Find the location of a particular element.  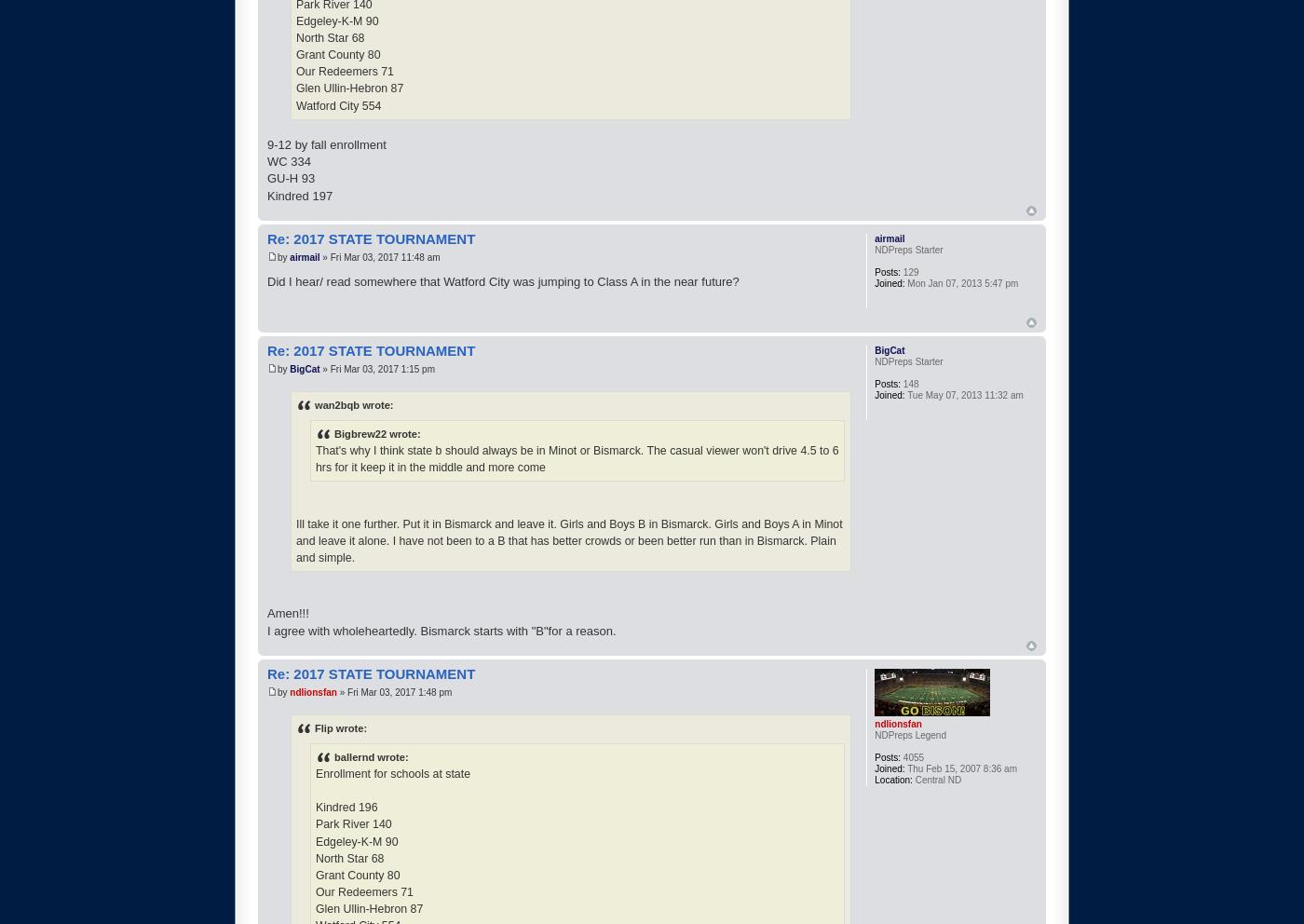

'» Fri Mar 03, 2017 1:48 pm' is located at coordinates (393, 692).